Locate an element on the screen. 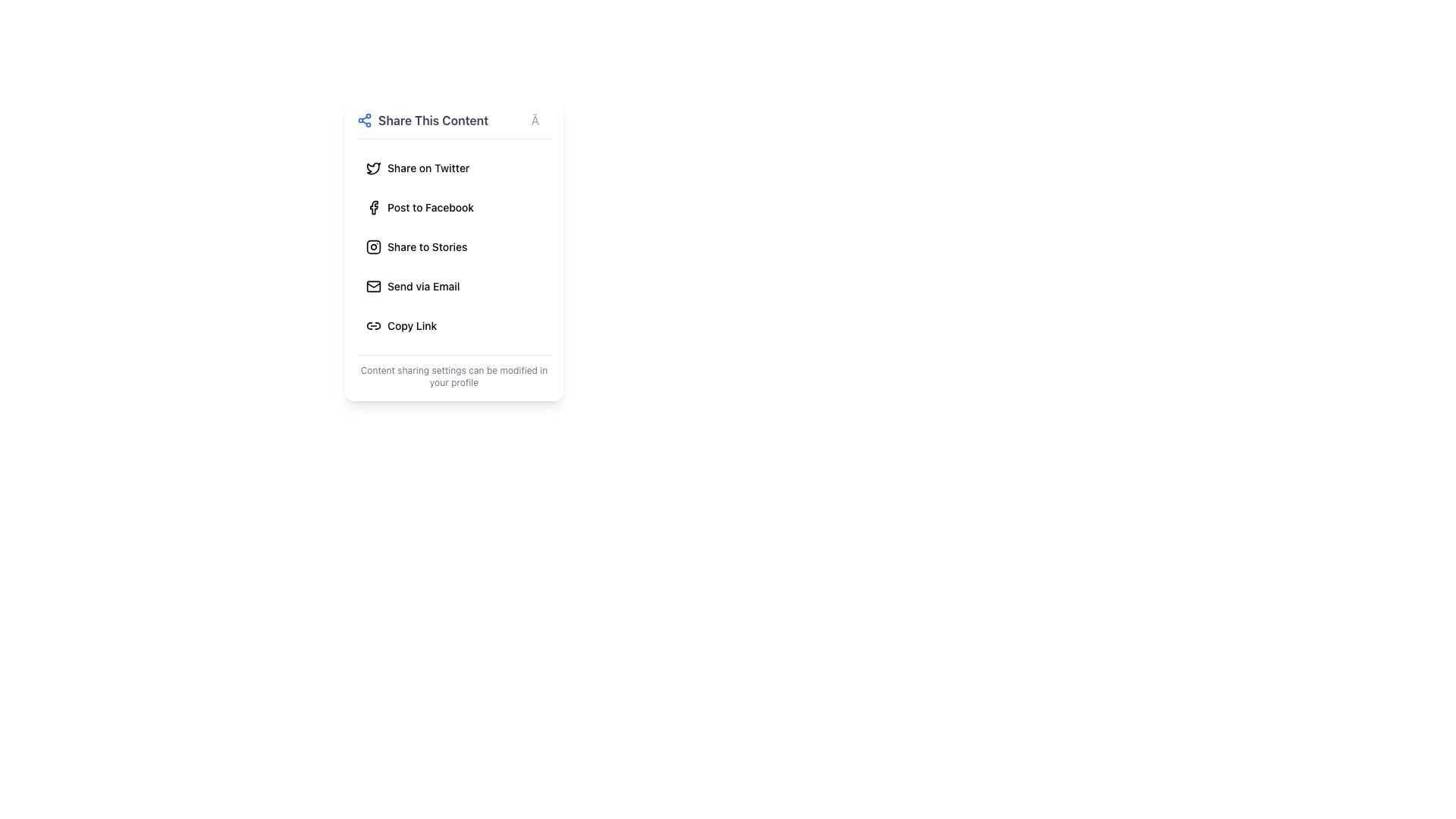 The height and width of the screenshot is (819, 1456). the main rectangular body of the envelope icon in the 'Send via Email' option located fourth in the vertical list of sharing options is located at coordinates (374, 287).